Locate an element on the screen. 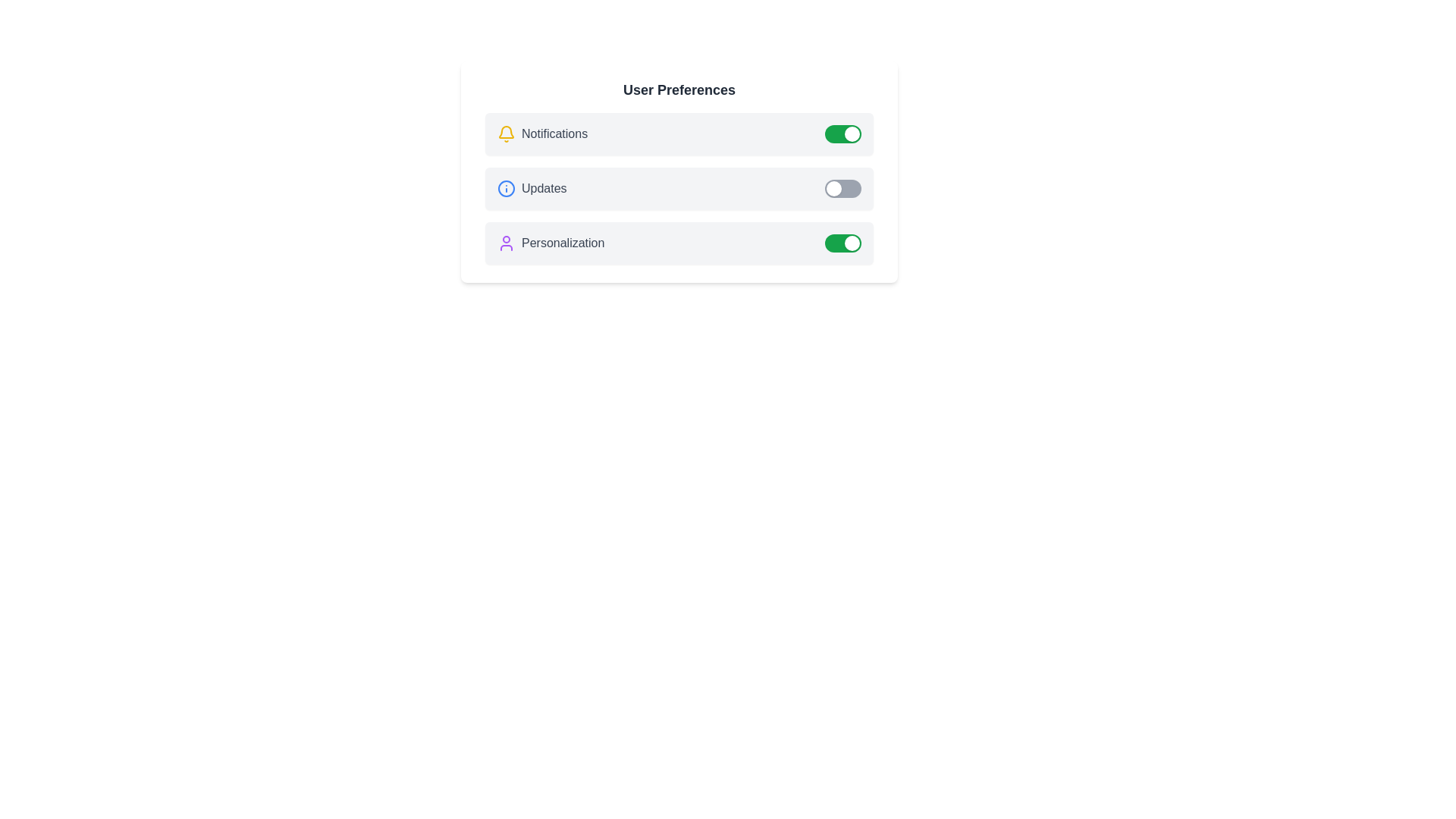  the background container area to interact with it is located at coordinates (679, 288).